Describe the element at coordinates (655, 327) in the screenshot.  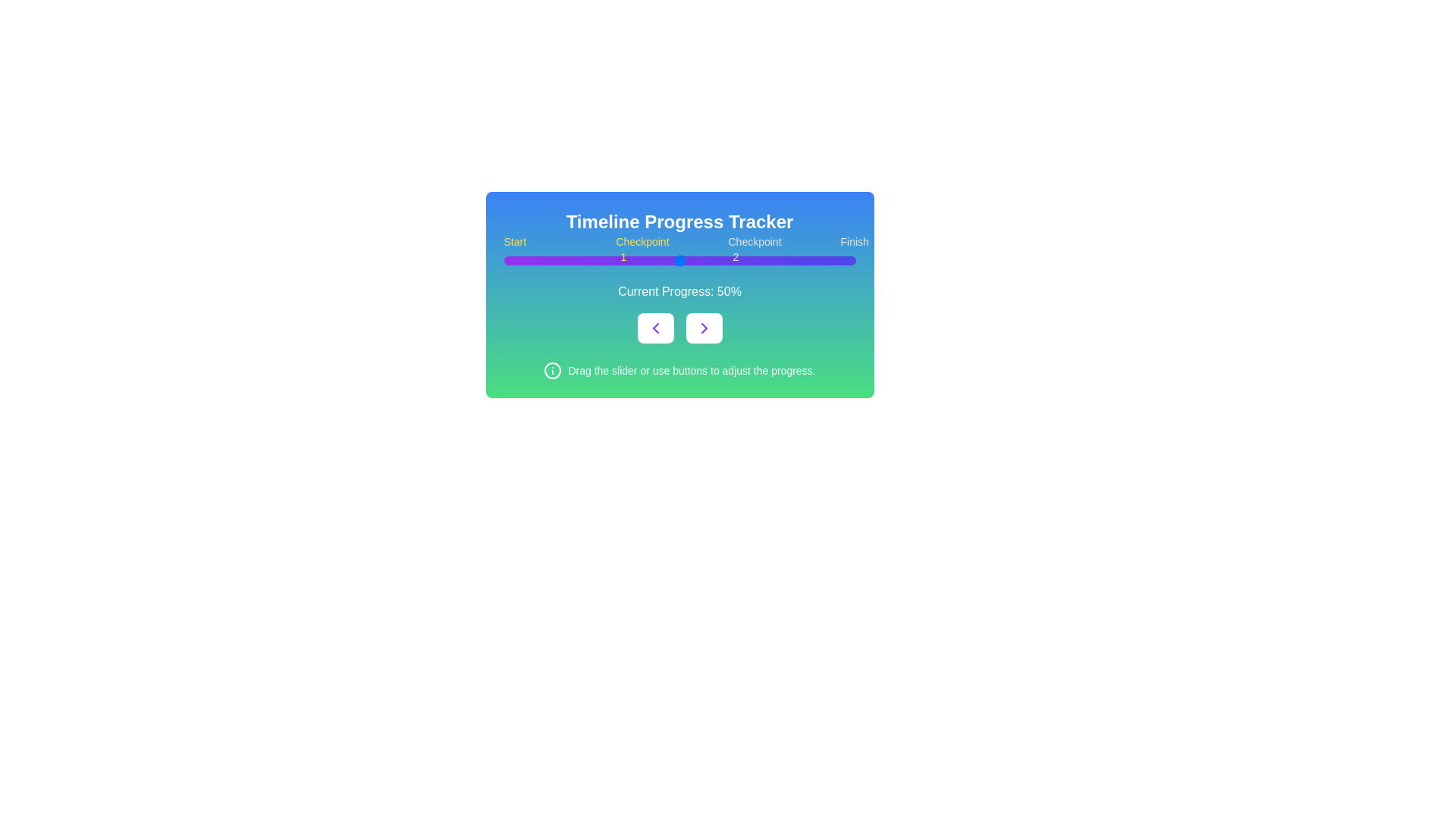
I see `the first button to the left of the right-pointing chevron icon to decrease the progress of the timeline tracker` at that location.